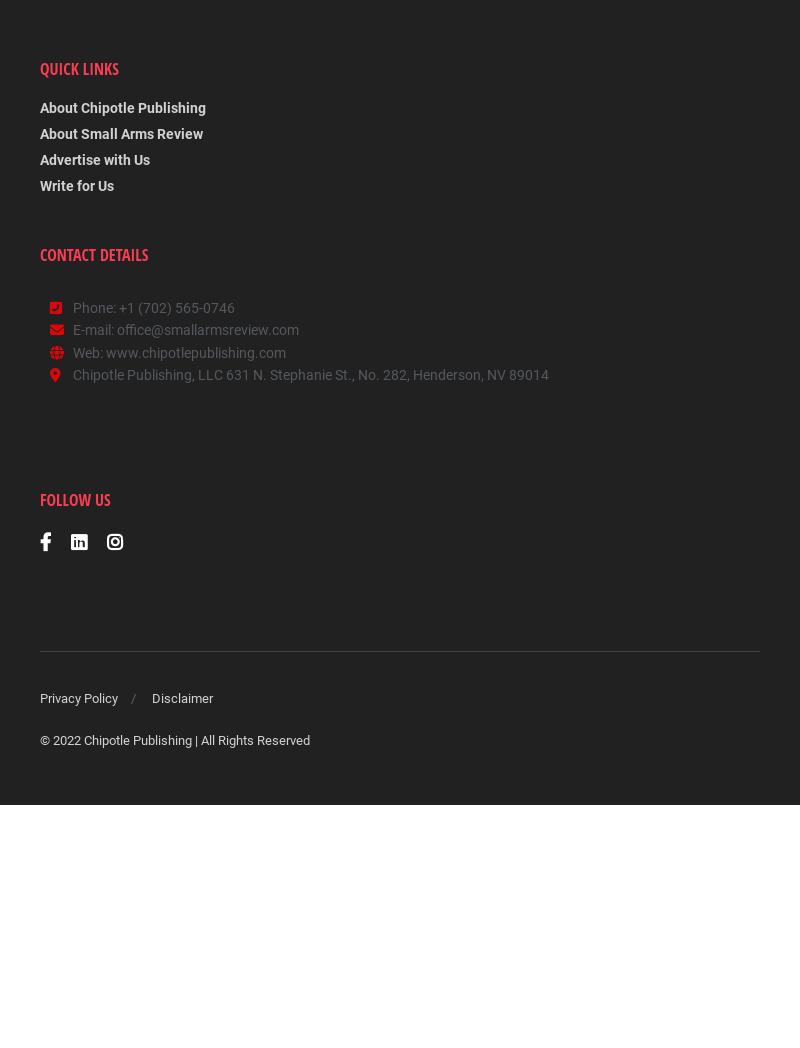  I want to click on 'QUICK LINKS', so click(79, 70).